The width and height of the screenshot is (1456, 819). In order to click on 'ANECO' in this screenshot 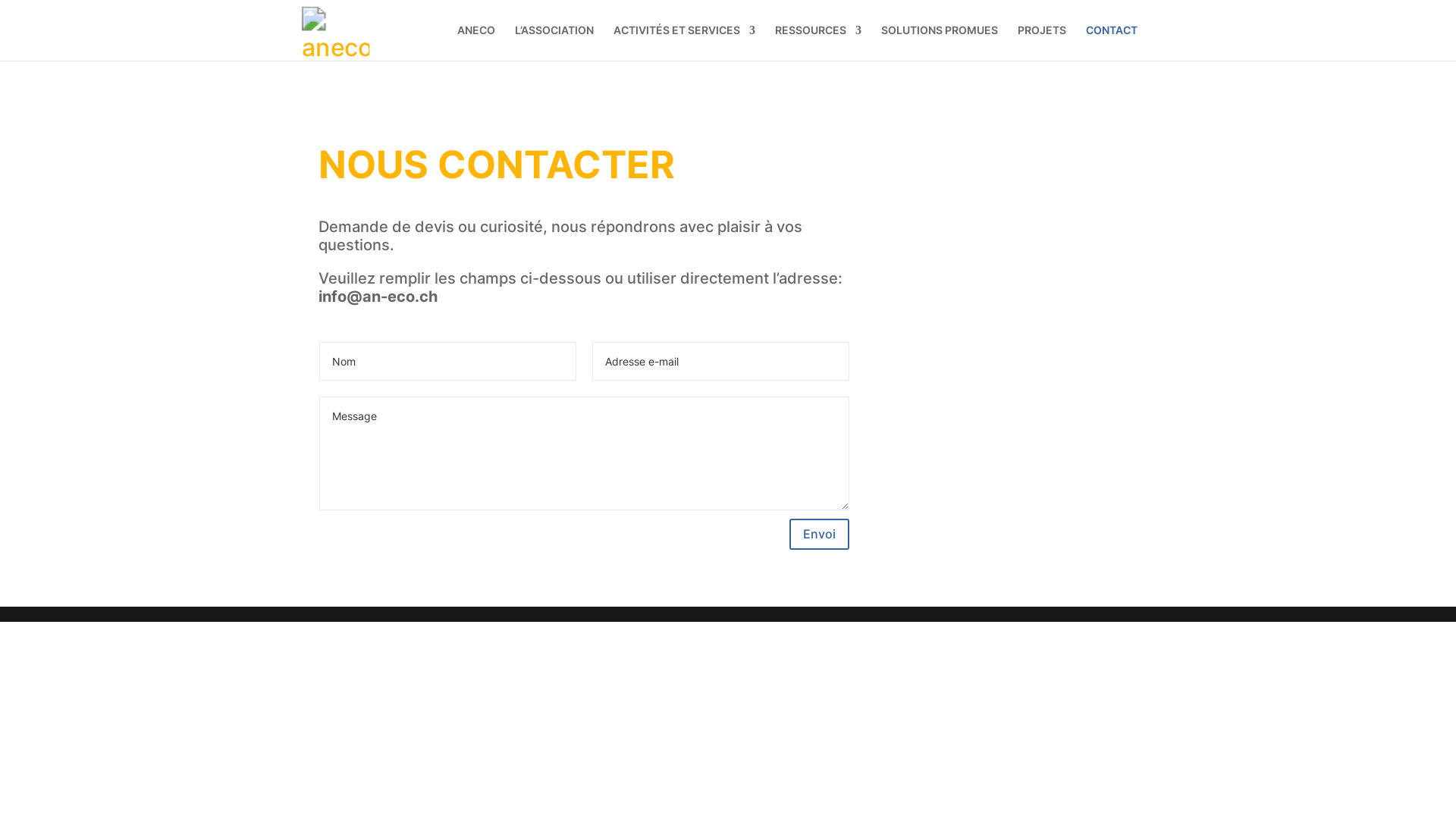, I will do `click(475, 42)`.